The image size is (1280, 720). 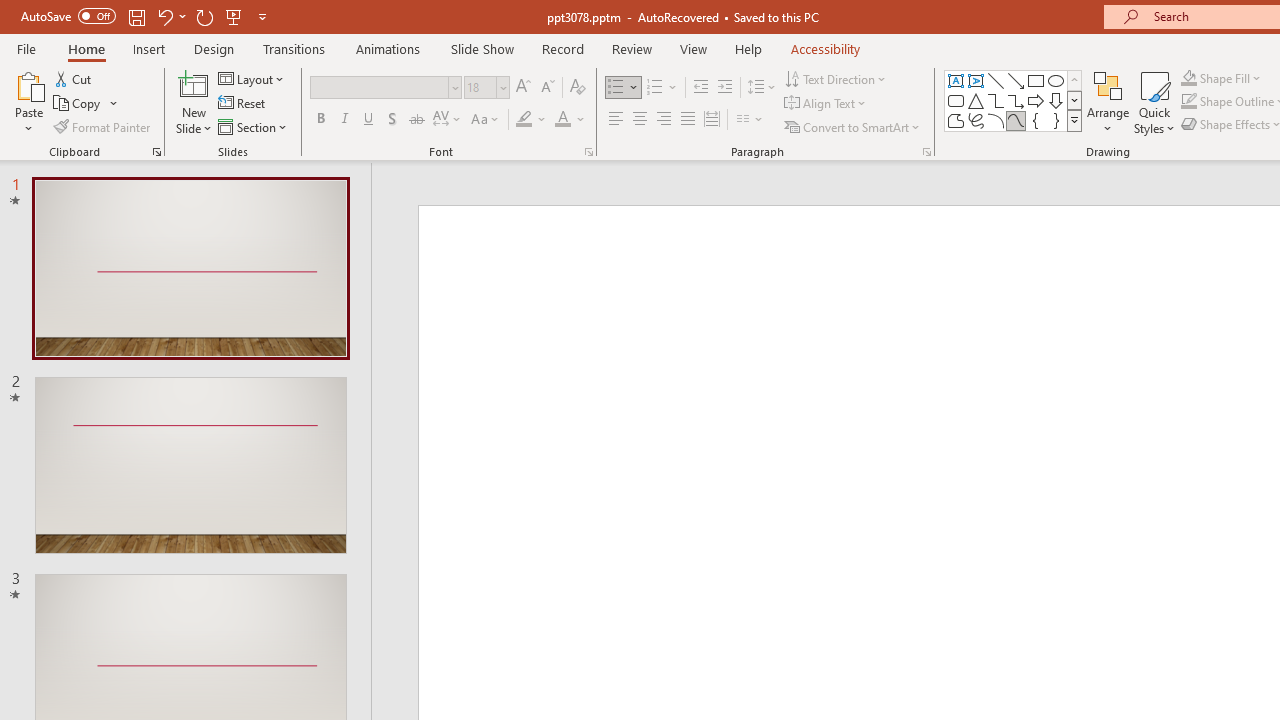 What do you see at coordinates (242, 103) in the screenshot?
I see `'Reset'` at bounding box center [242, 103].